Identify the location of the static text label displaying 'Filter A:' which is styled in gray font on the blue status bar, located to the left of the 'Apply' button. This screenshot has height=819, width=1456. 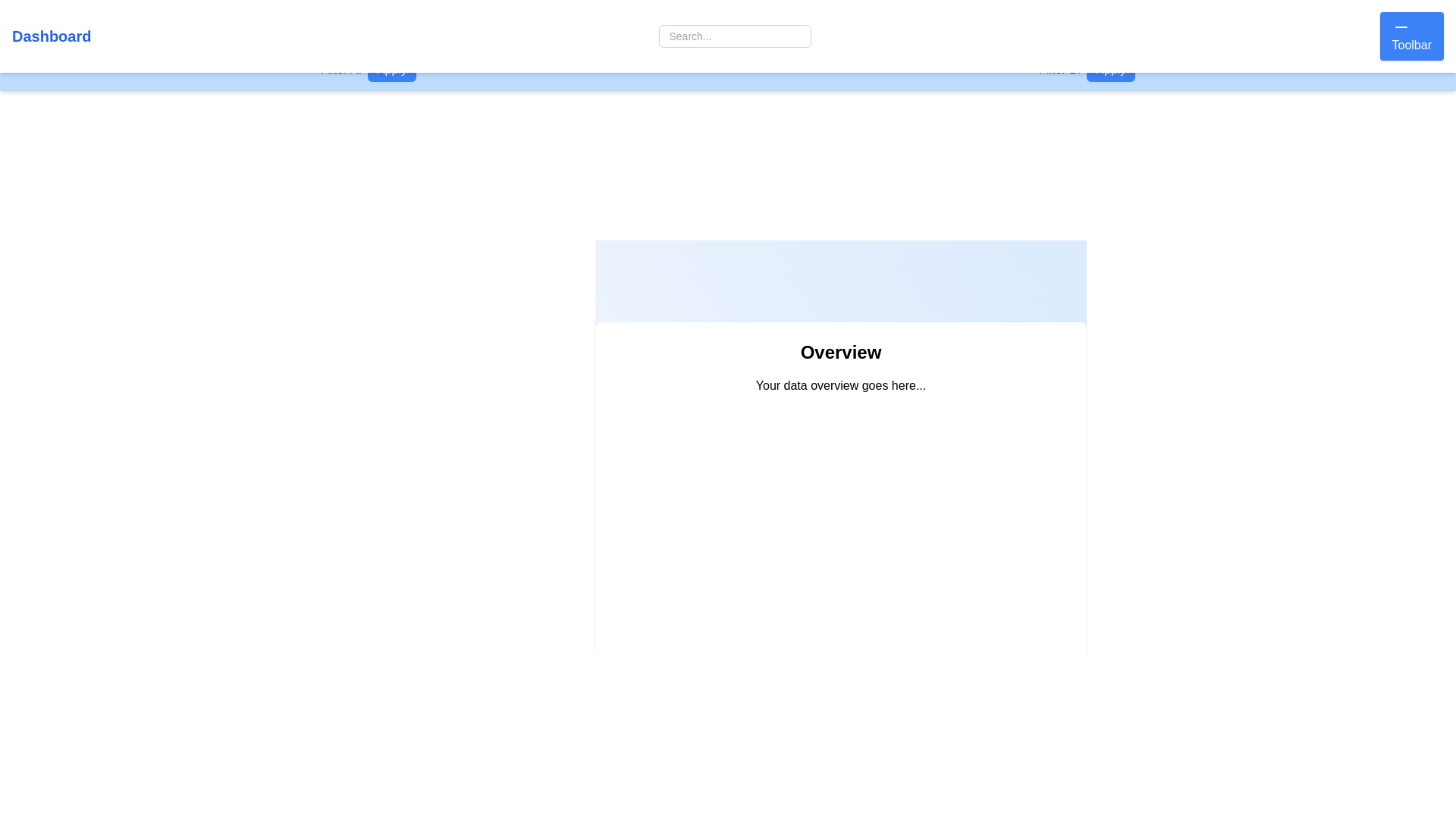
(340, 70).